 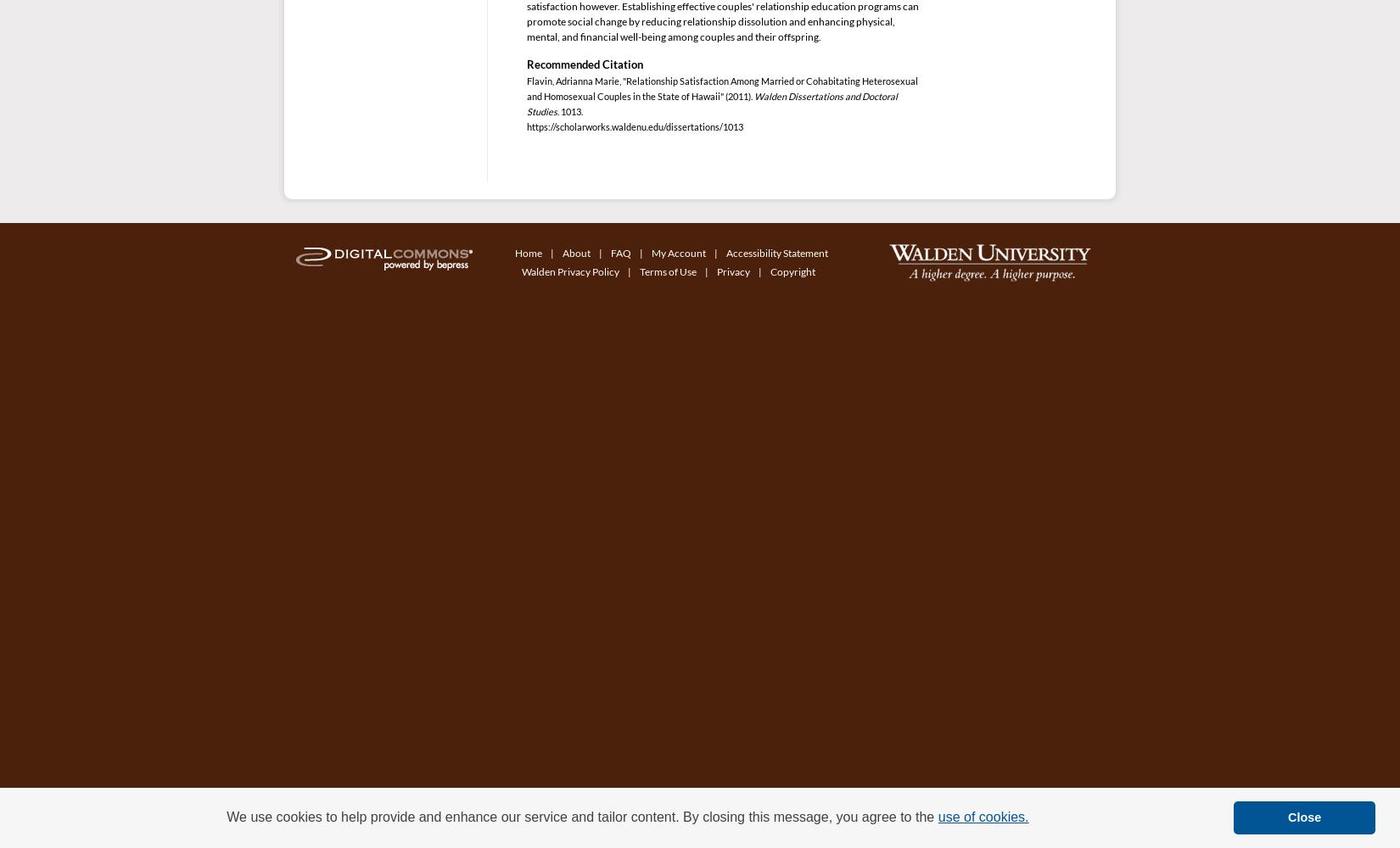 What do you see at coordinates (529, 253) in the screenshot?
I see `'Home'` at bounding box center [529, 253].